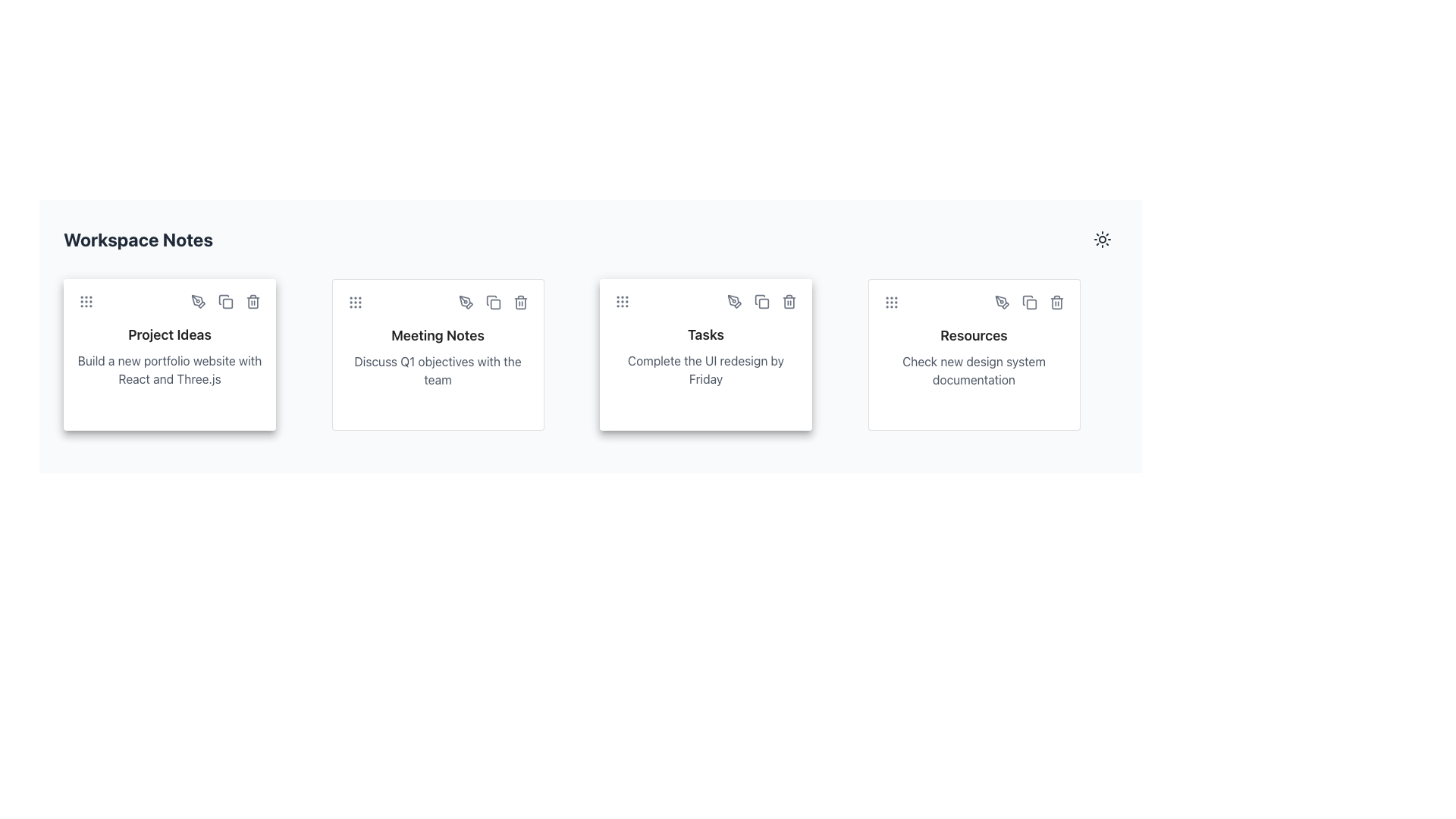 This screenshot has width=1456, height=819. Describe the element at coordinates (354, 302) in the screenshot. I see `the gray icon with a grid-like pattern of nine small circles arranged in a 3x3 matrix located at the top-left corner of the 'Meeting Notes' card` at that location.